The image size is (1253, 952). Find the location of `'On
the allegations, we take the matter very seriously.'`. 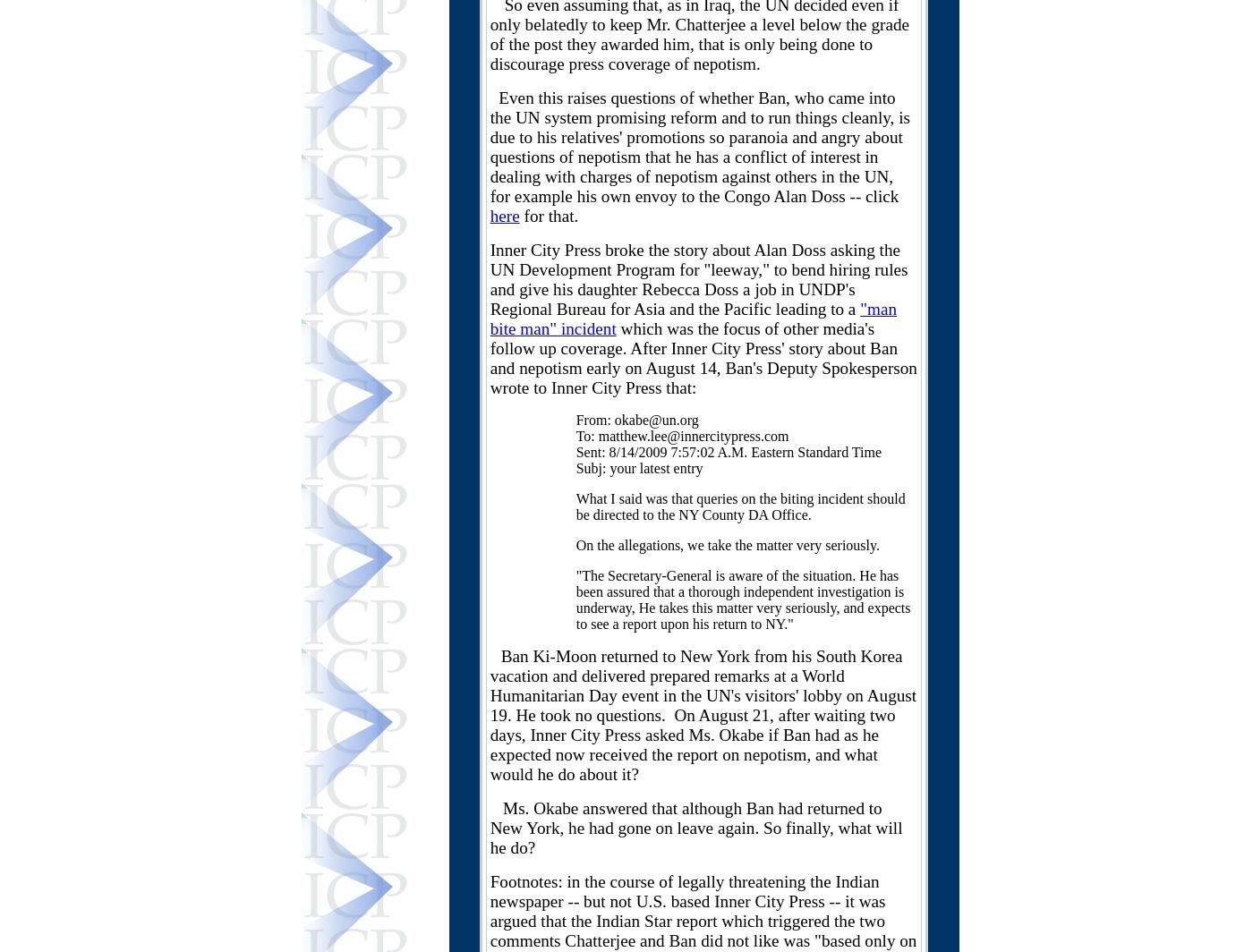

'On
the allegations, we take the matter very seriously.' is located at coordinates (727, 545).